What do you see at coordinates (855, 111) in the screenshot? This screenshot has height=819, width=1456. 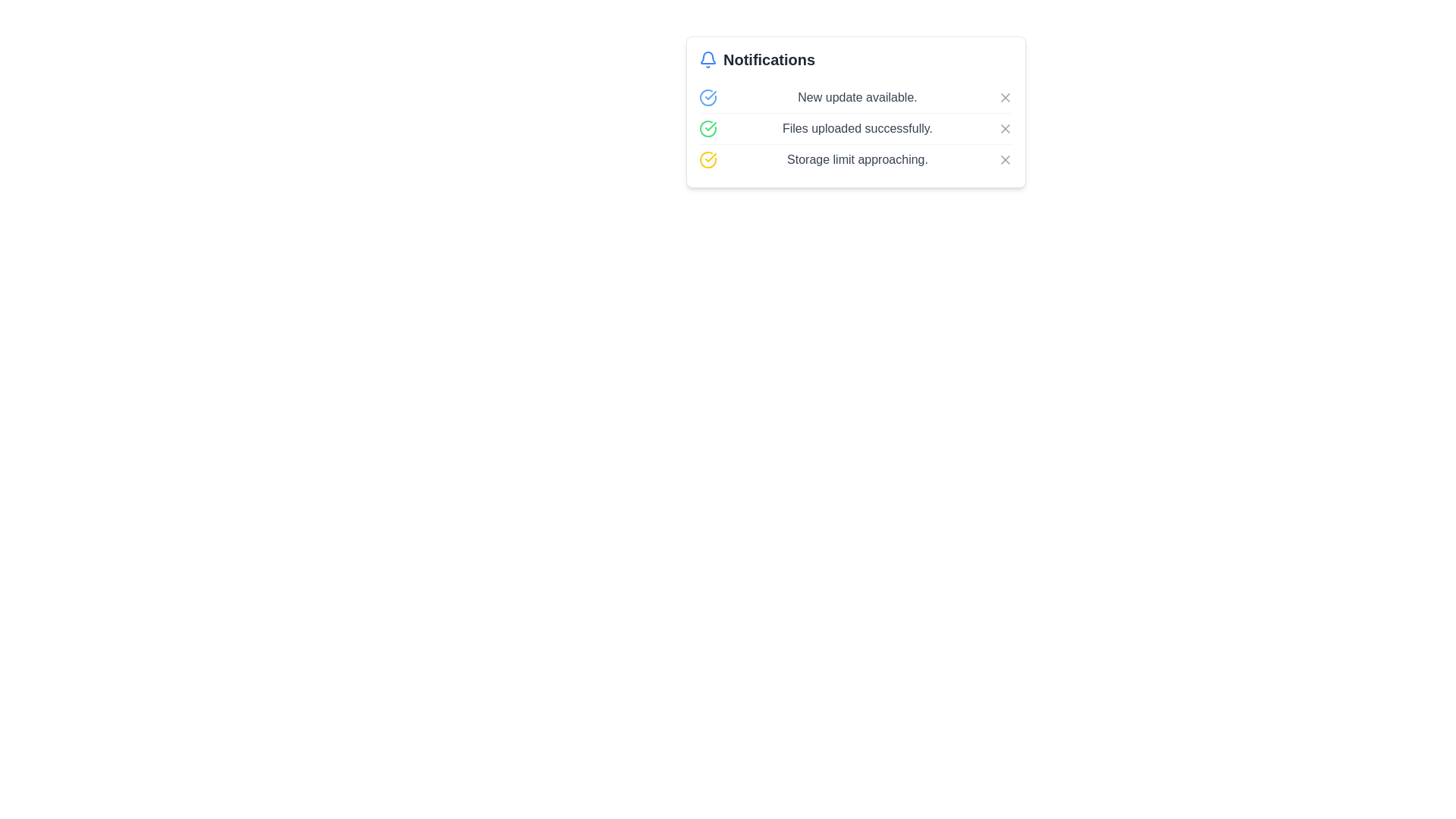 I see `notifications from the Notification panel, which displays recent notifications or system messages to the user` at bounding box center [855, 111].